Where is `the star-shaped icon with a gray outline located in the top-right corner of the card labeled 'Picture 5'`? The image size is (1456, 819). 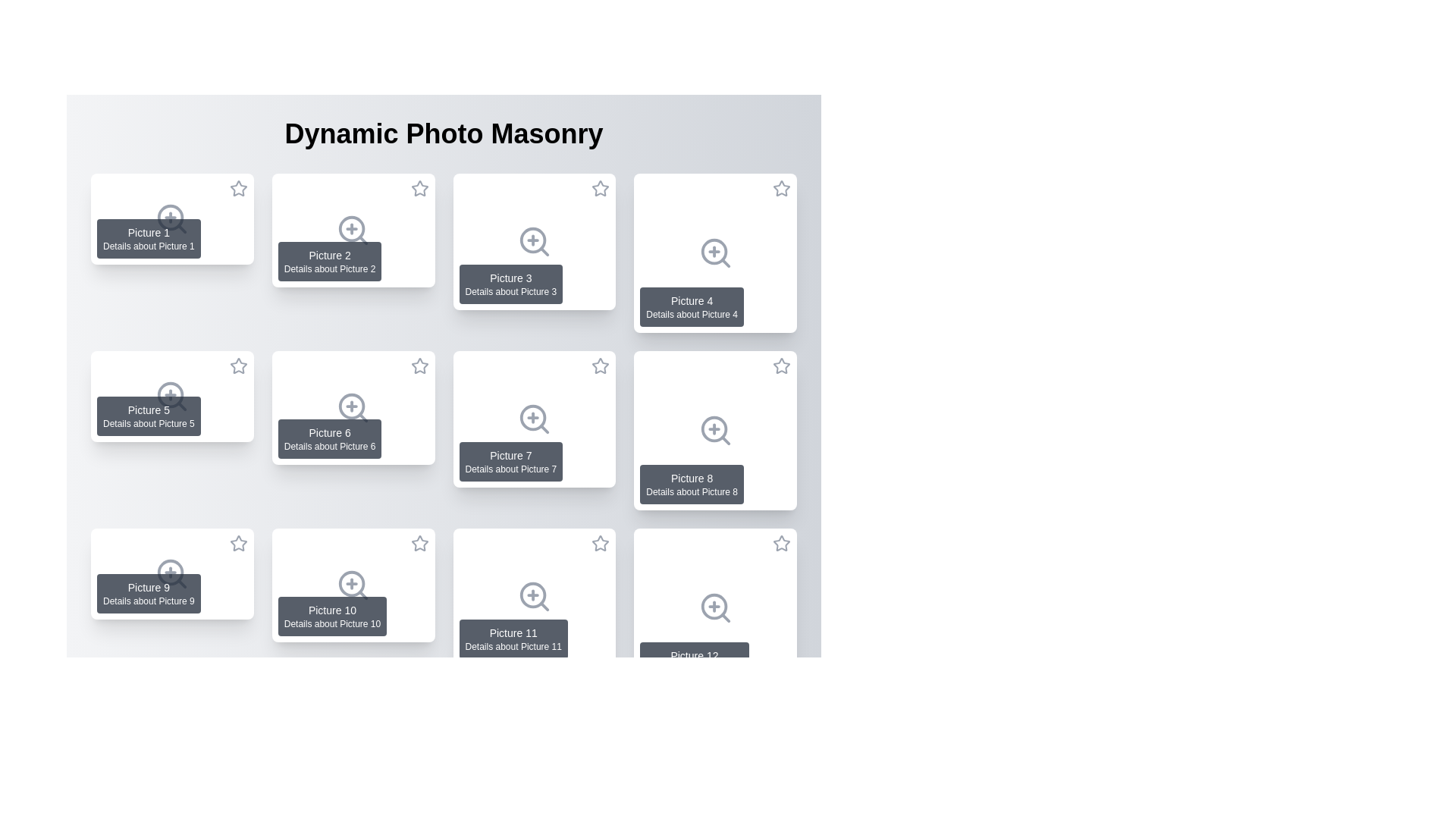 the star-shaped icon with a gray outline located in the top-right corner of the card labeled 'Picture 5' is located at coordinates (237, 366).